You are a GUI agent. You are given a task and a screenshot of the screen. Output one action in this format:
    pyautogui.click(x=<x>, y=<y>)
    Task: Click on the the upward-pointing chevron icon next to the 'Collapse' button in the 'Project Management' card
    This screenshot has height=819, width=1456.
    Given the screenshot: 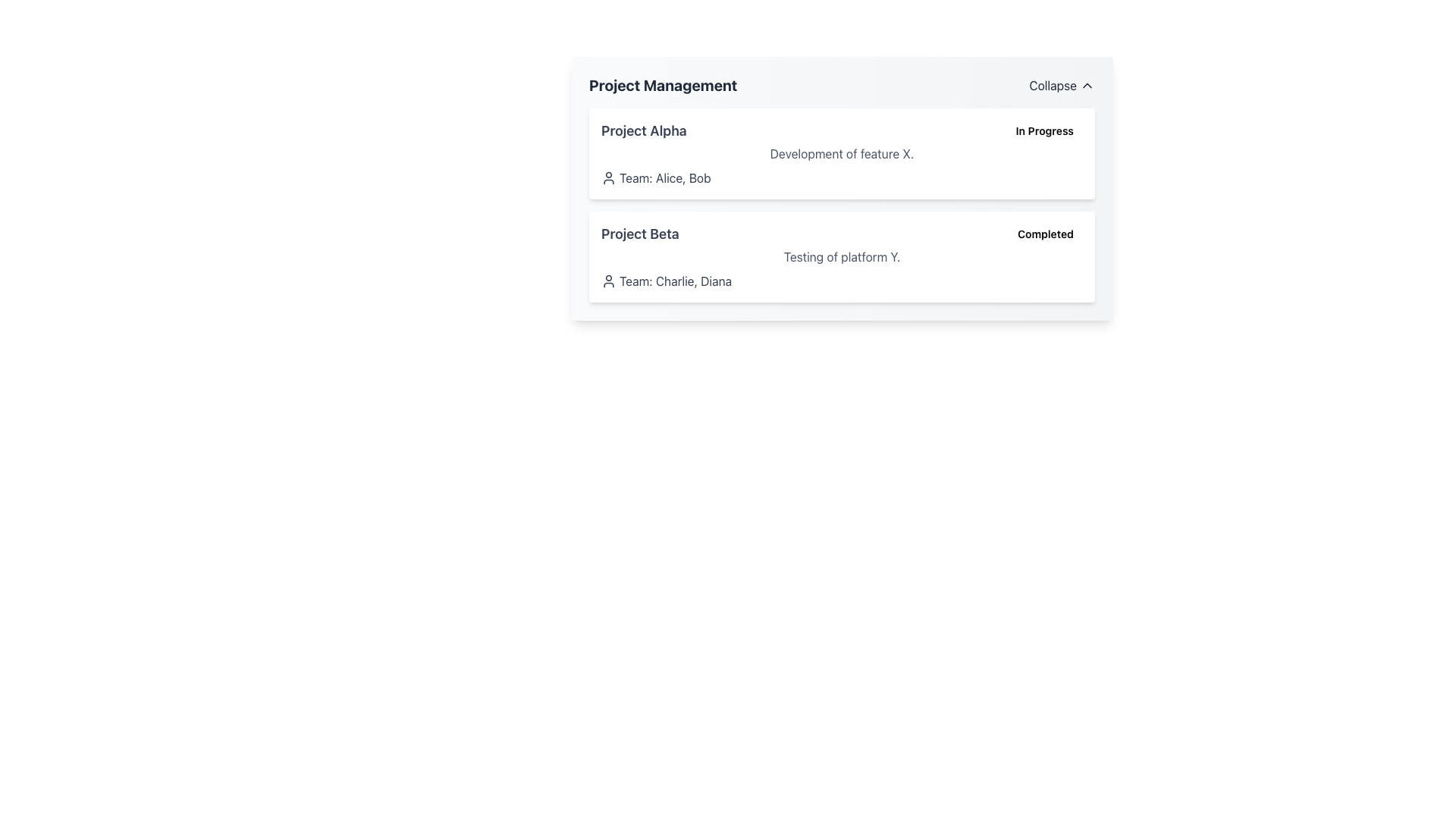 What is the action you would take?
    pyautogui.click(x=1087, y=85)
    